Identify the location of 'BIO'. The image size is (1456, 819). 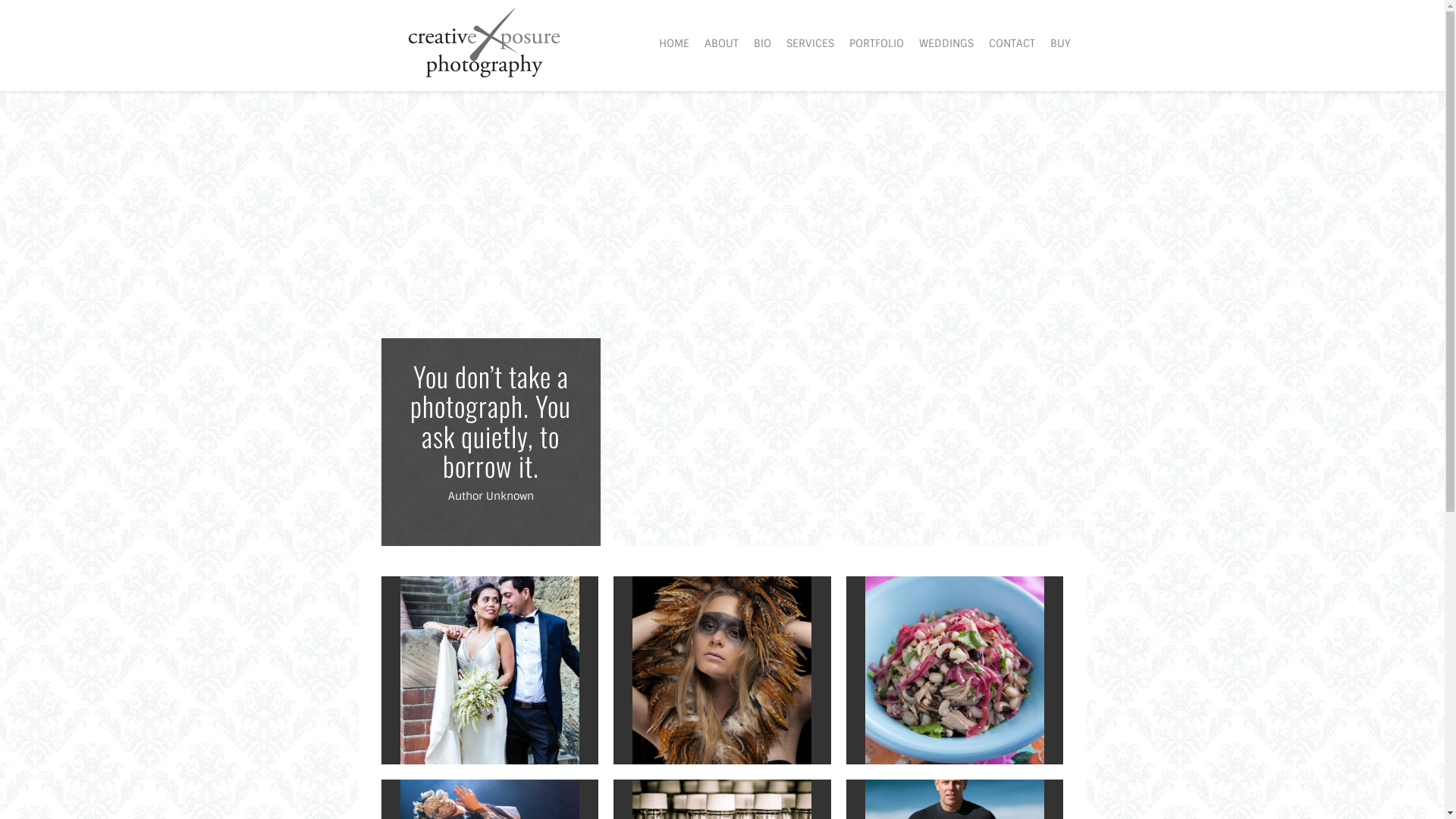
(762, 42).